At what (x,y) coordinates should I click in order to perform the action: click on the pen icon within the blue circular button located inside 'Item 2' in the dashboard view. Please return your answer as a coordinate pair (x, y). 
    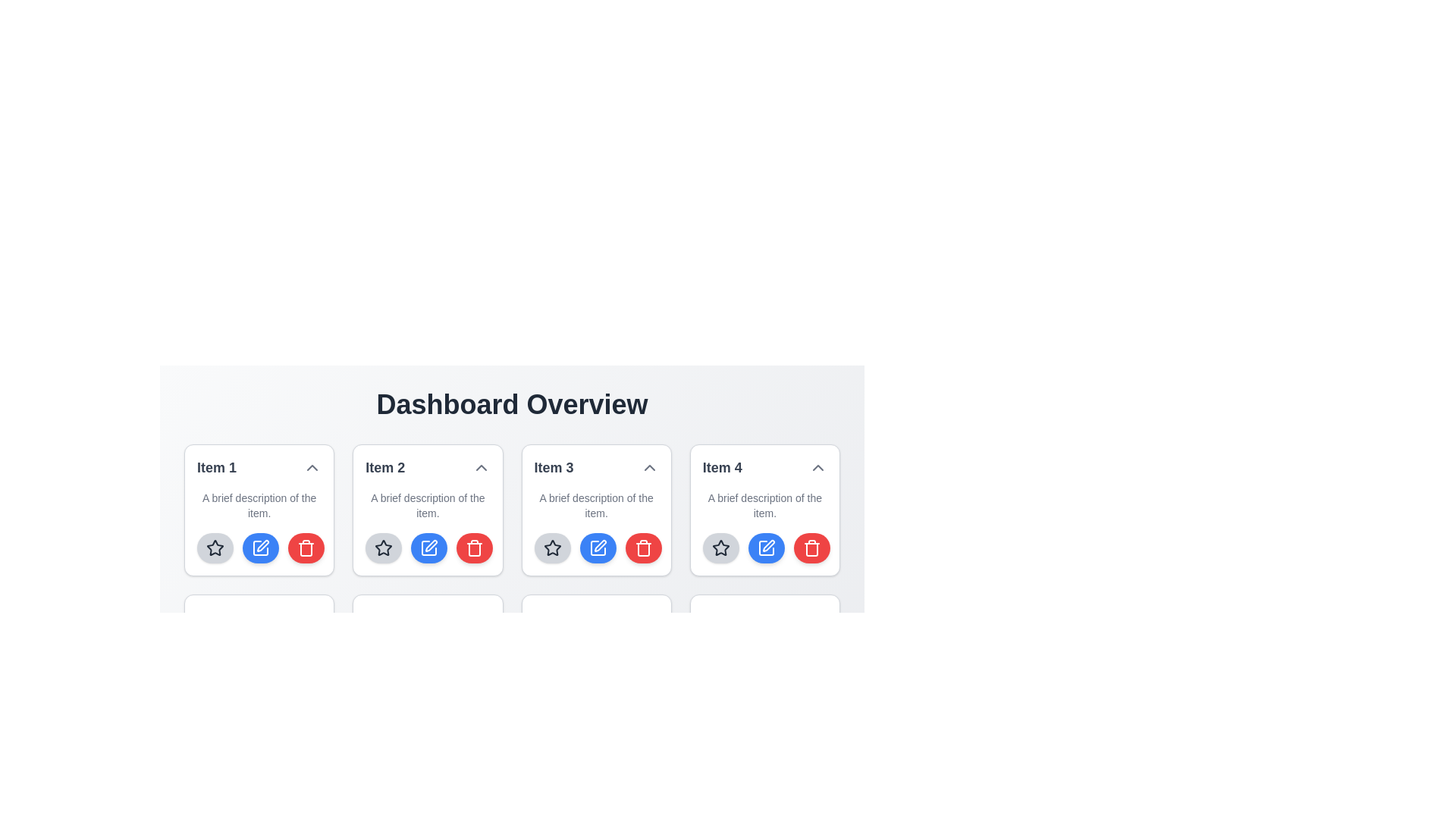
    Looking at the image, I should click on (428, 548).